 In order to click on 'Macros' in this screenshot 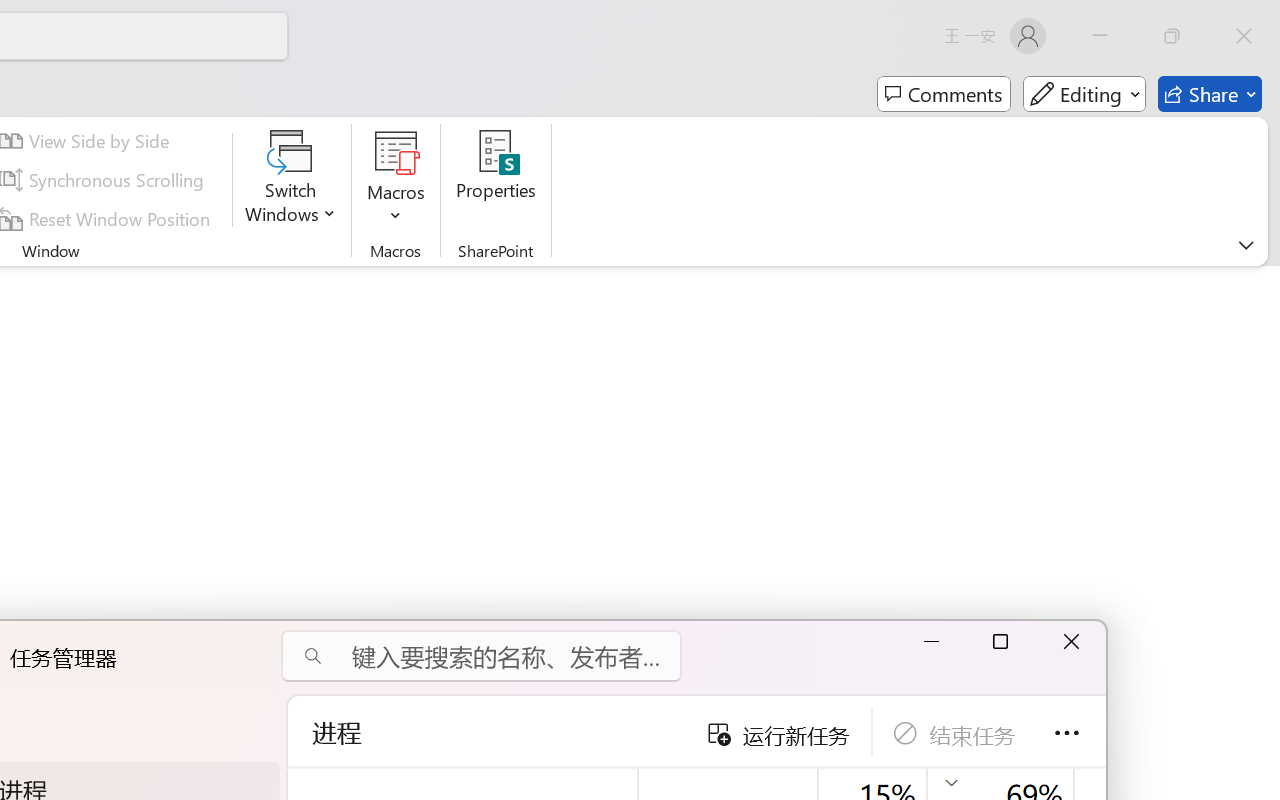, I will do `click(396, 179)`.